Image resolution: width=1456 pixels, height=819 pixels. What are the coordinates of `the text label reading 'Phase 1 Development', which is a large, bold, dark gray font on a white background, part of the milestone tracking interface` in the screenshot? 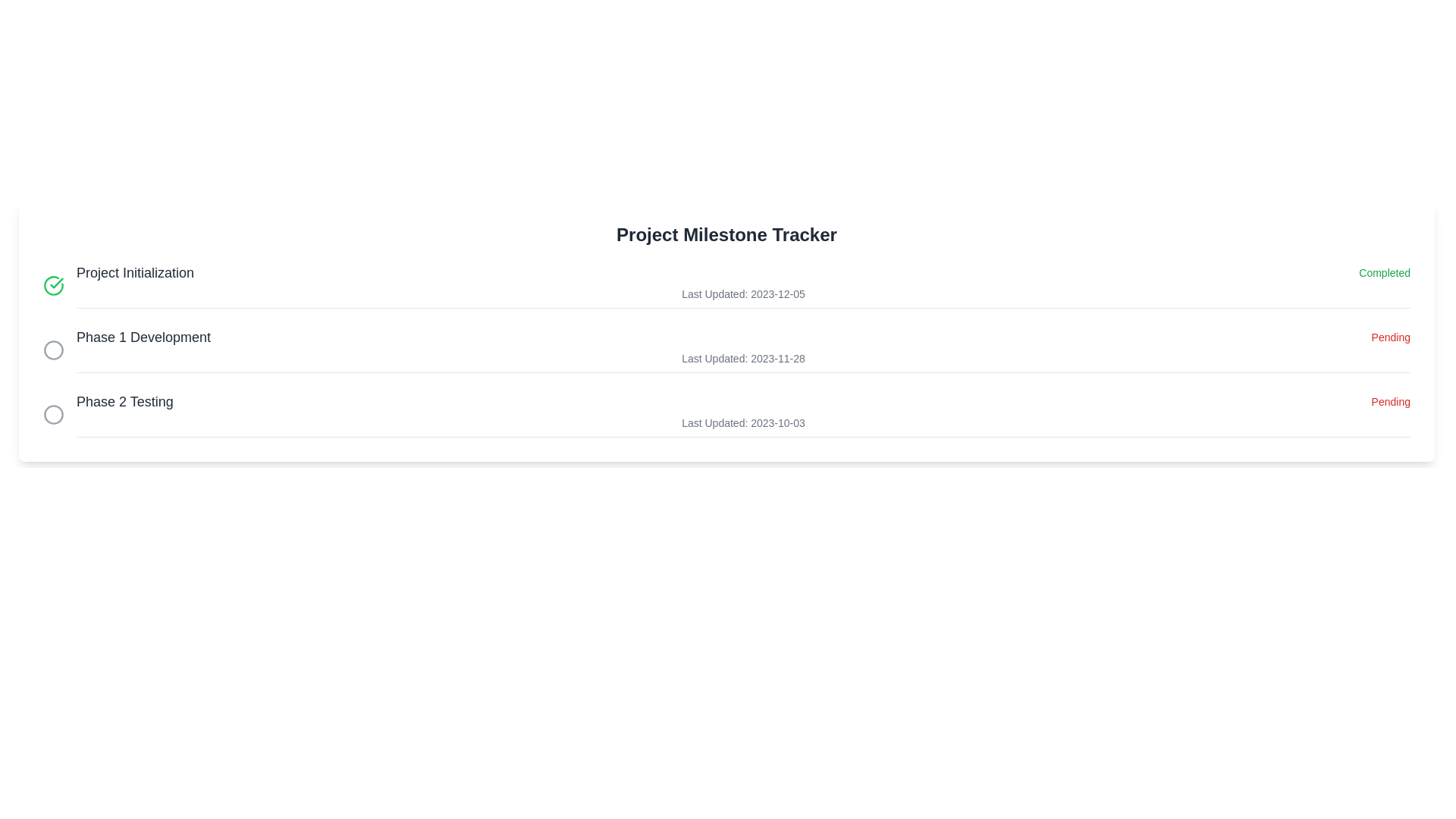 It's located at (143, 336).